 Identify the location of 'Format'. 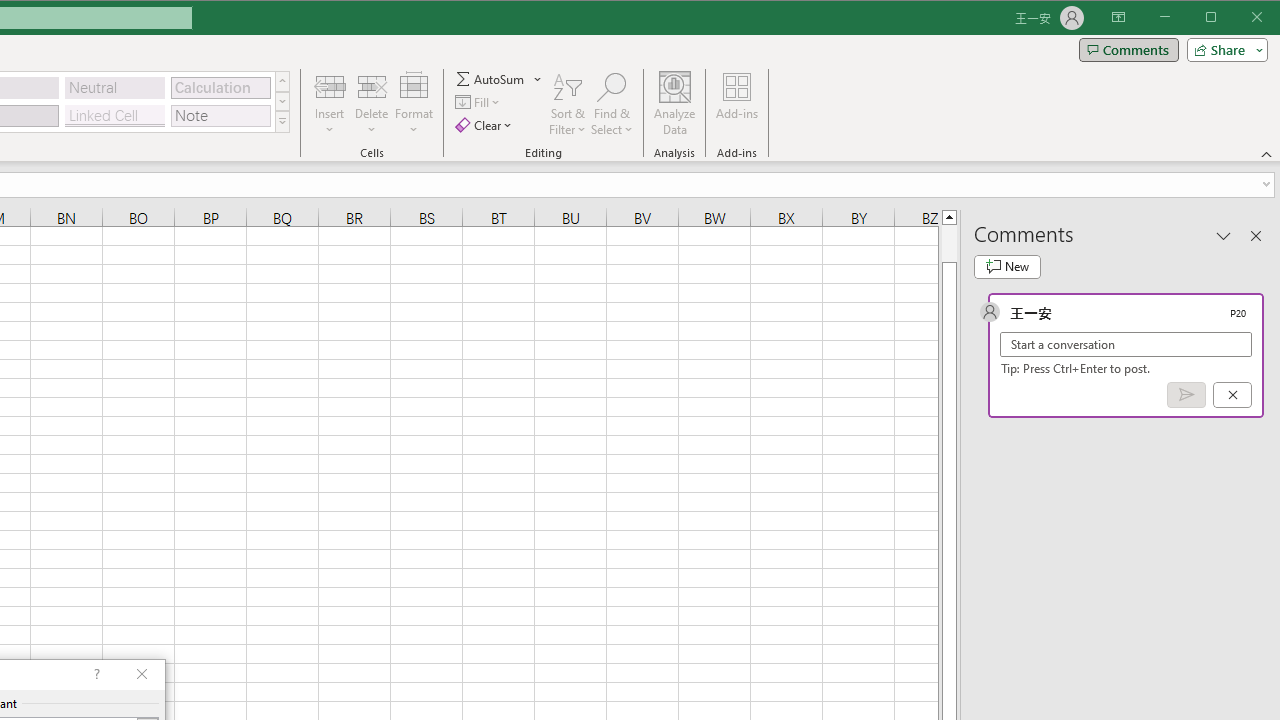
(413, 104).